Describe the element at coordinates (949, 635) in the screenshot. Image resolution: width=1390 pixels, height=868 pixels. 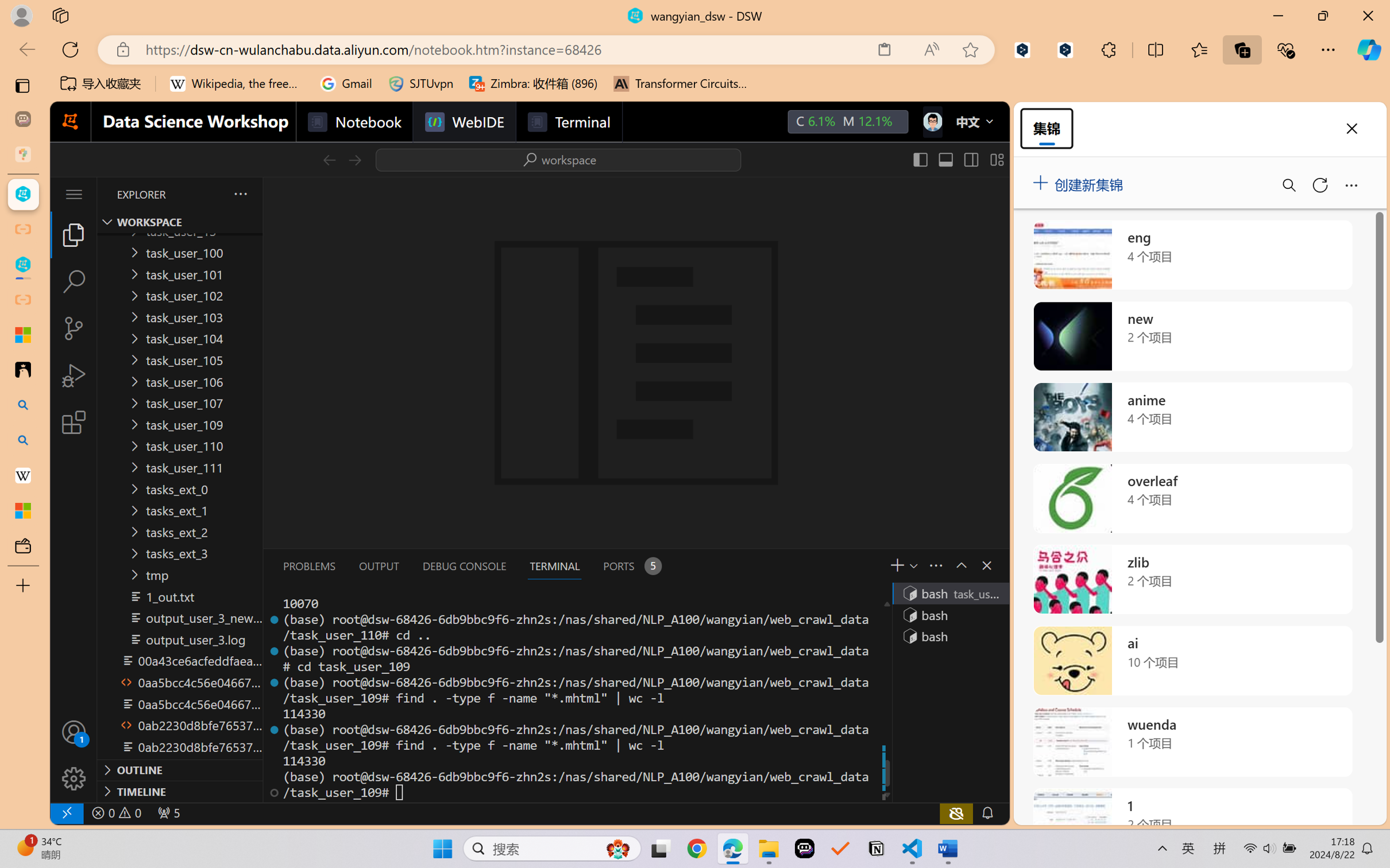
I see `'Terminal 3 bash'` at that location.